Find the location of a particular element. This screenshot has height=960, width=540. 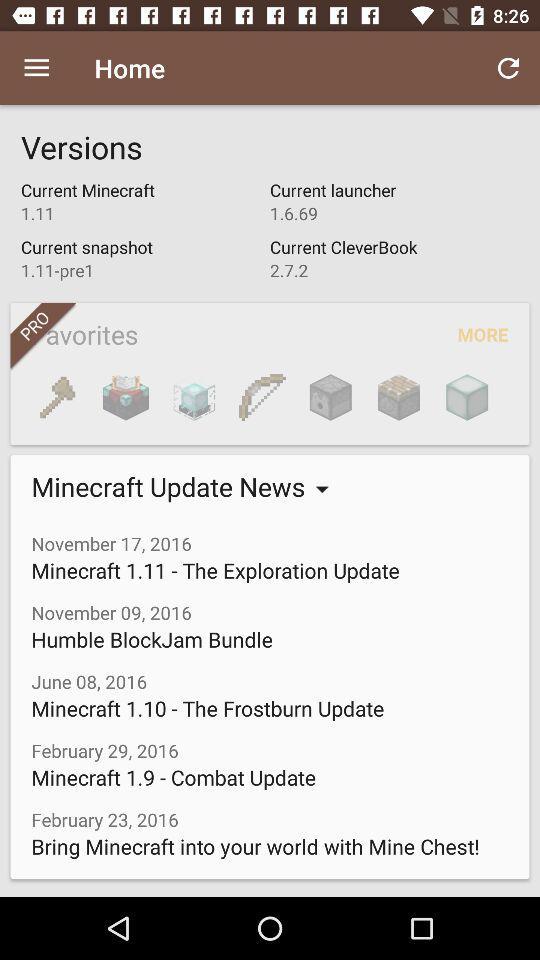

the item next to home icon is located at coordinates (508, 68).